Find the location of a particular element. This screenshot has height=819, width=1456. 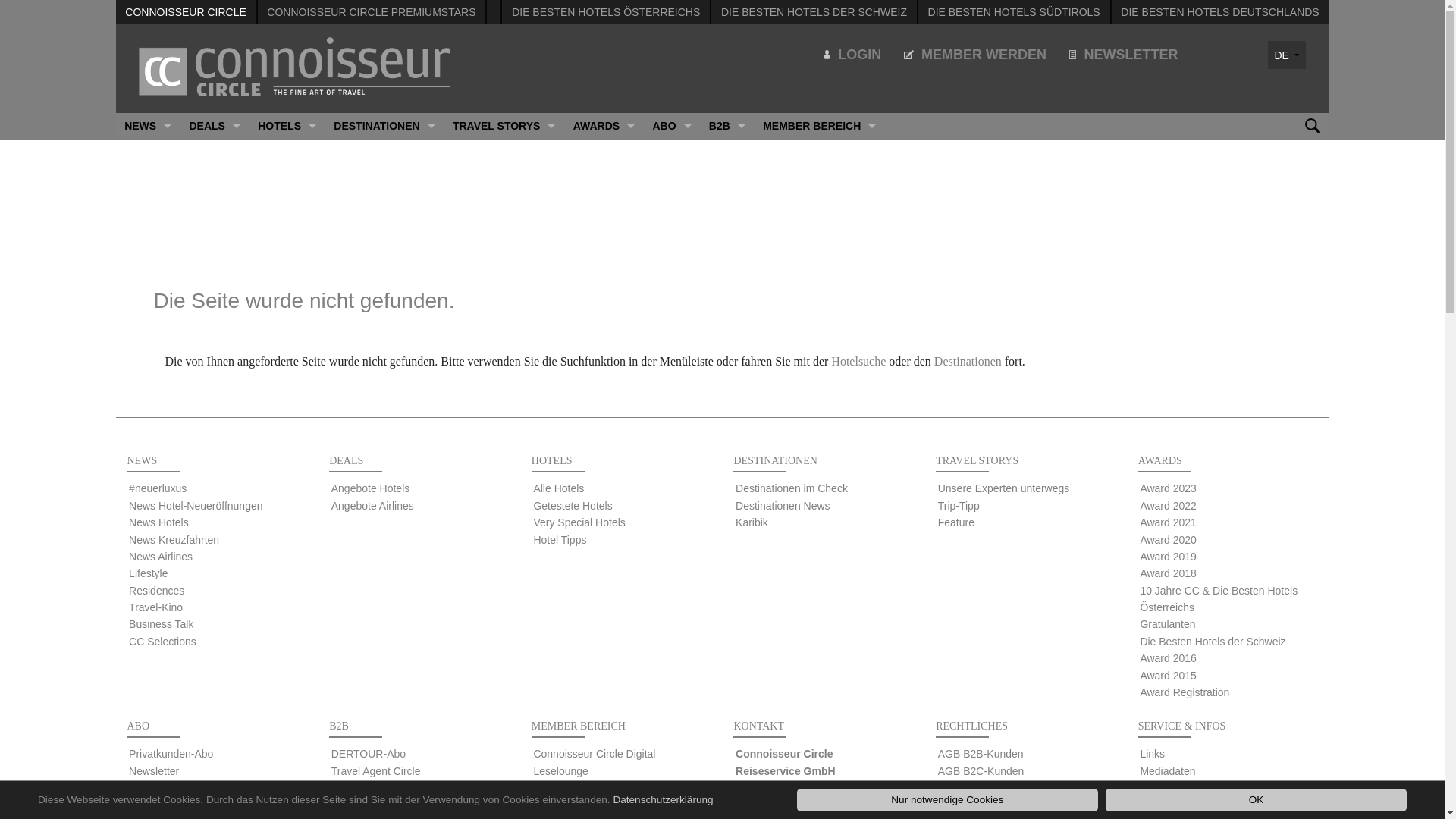

'Award 2023' is located at coordinates (1167, 488).